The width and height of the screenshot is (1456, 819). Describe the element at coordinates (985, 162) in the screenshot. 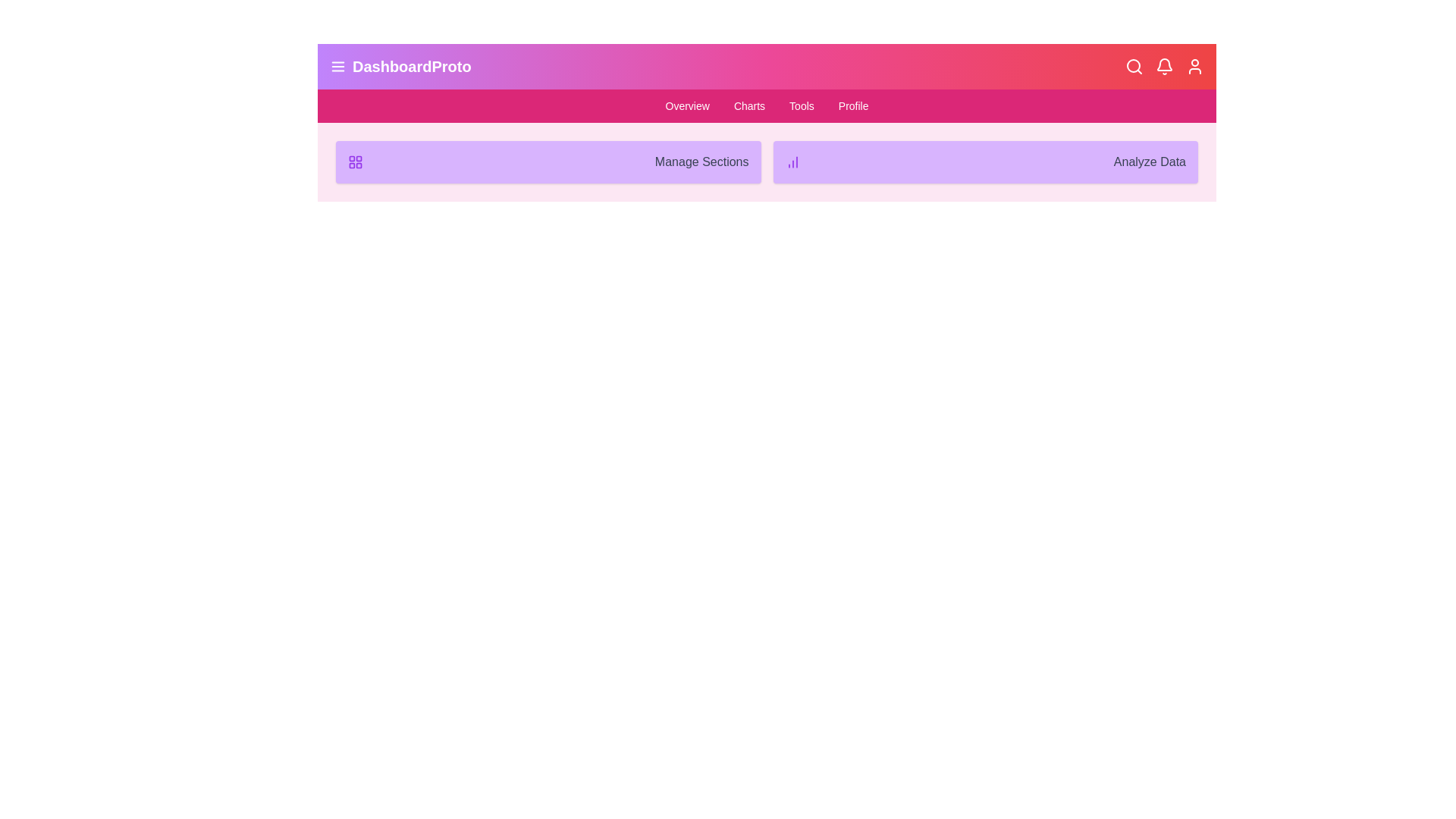

I see `the text element 'Analyze Data' to inspect its layout` at that location.